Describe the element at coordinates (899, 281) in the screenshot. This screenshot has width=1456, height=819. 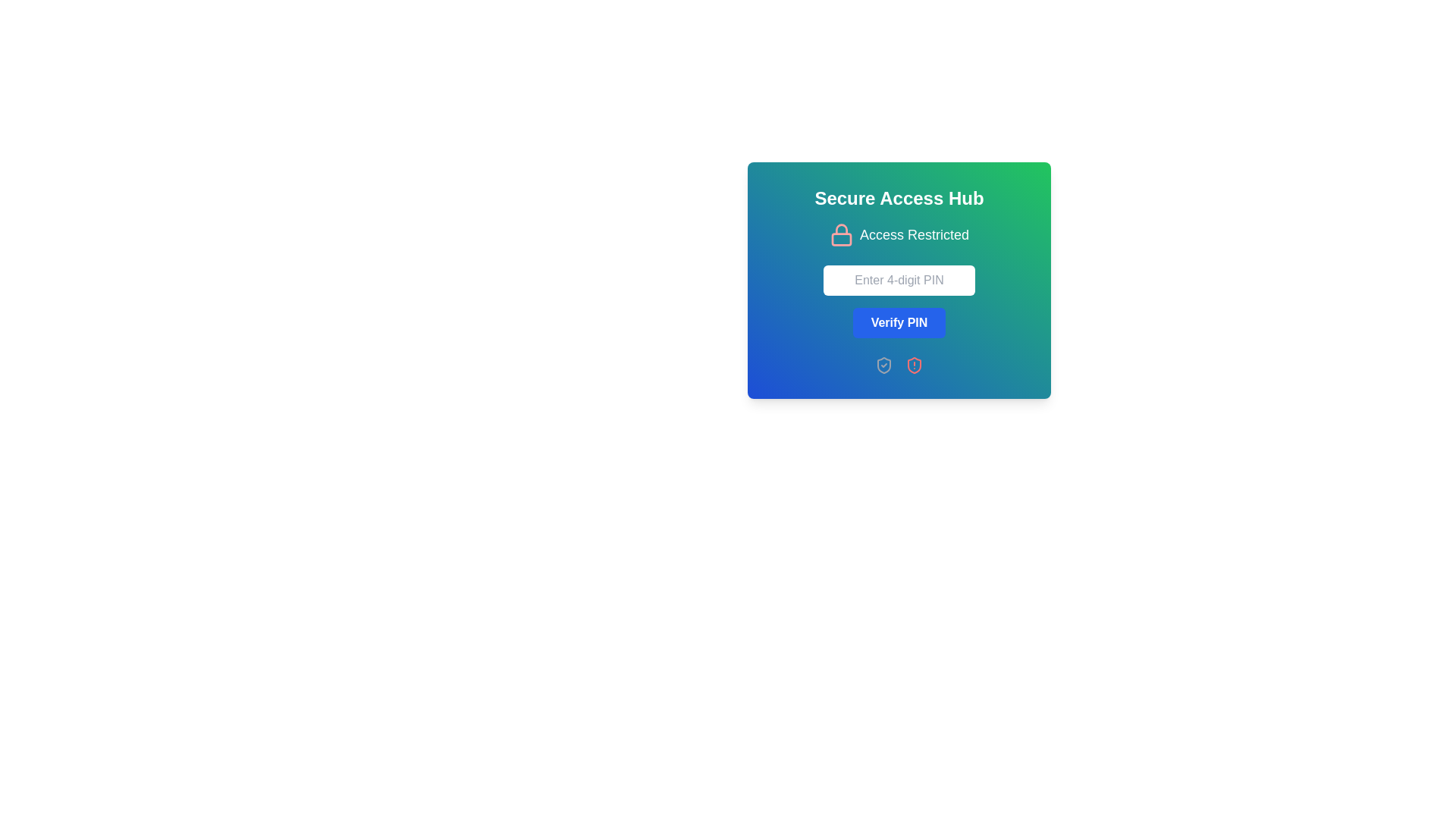
I see `the Password Input Field styled with a light rectangular shape, which contains the placeholder text 'Enter 4-digit PIN'` at that location.